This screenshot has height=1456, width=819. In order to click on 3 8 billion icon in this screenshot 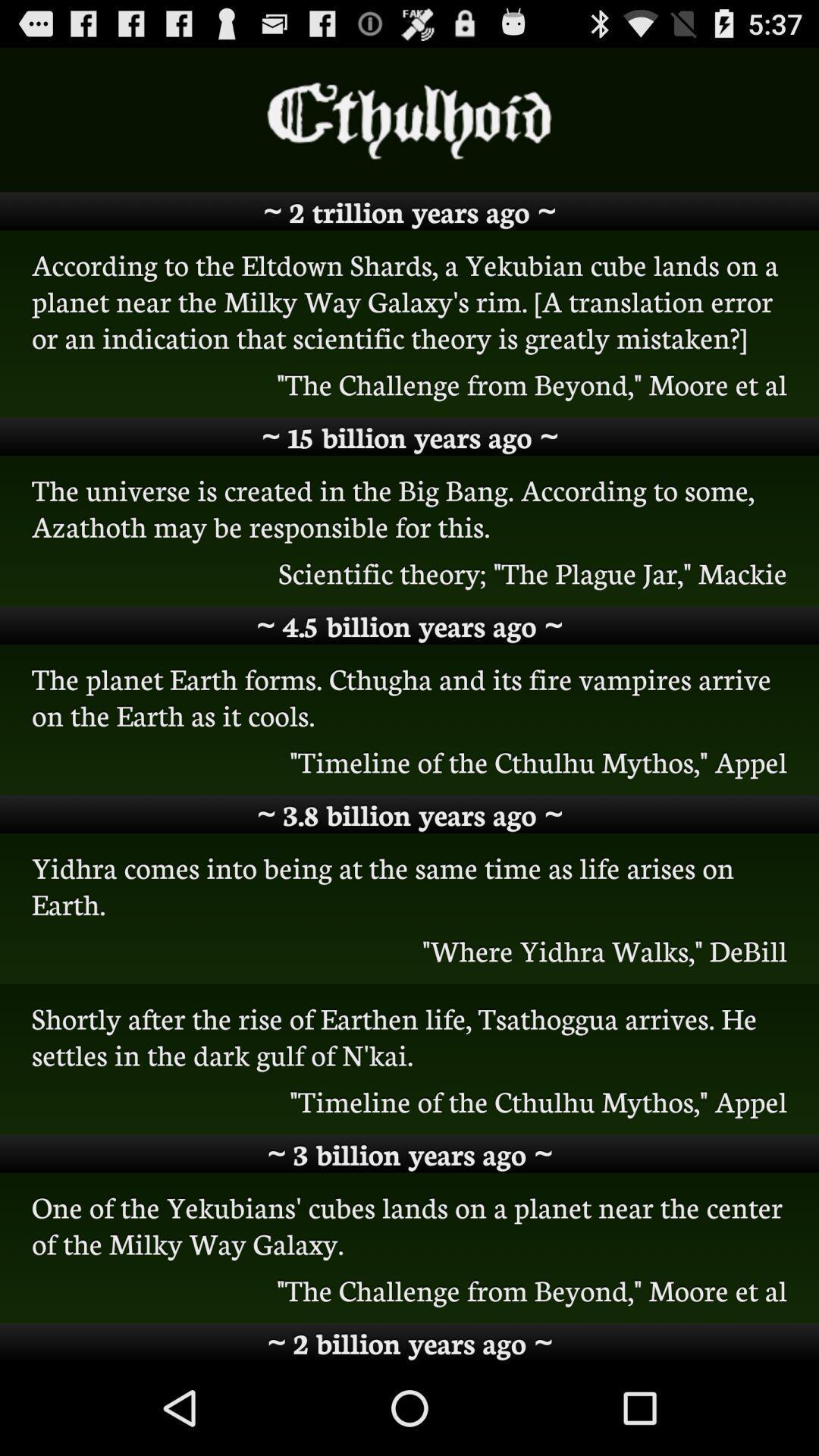, I will do `click(409, 814)`.